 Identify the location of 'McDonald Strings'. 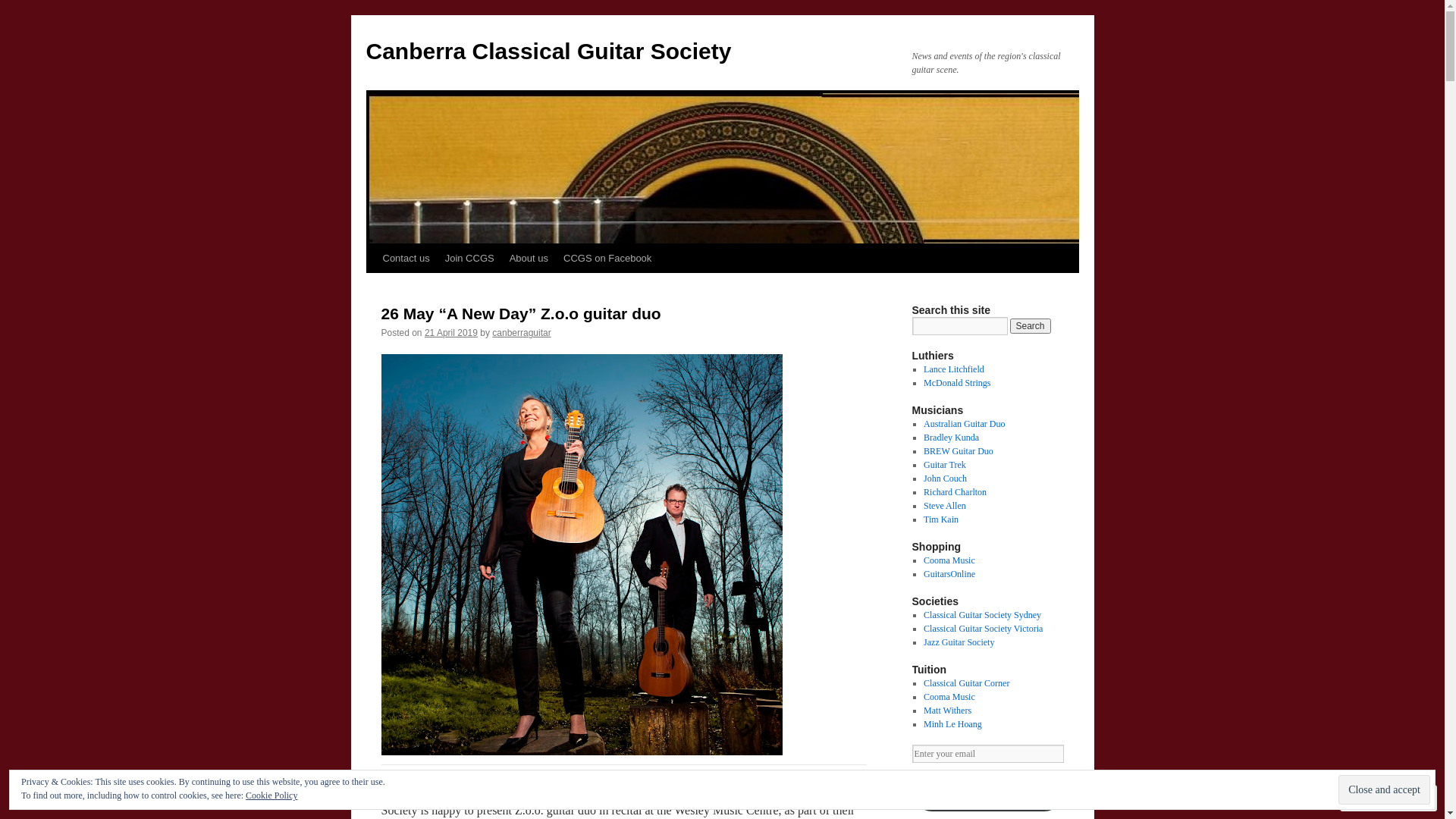
(956, 382).